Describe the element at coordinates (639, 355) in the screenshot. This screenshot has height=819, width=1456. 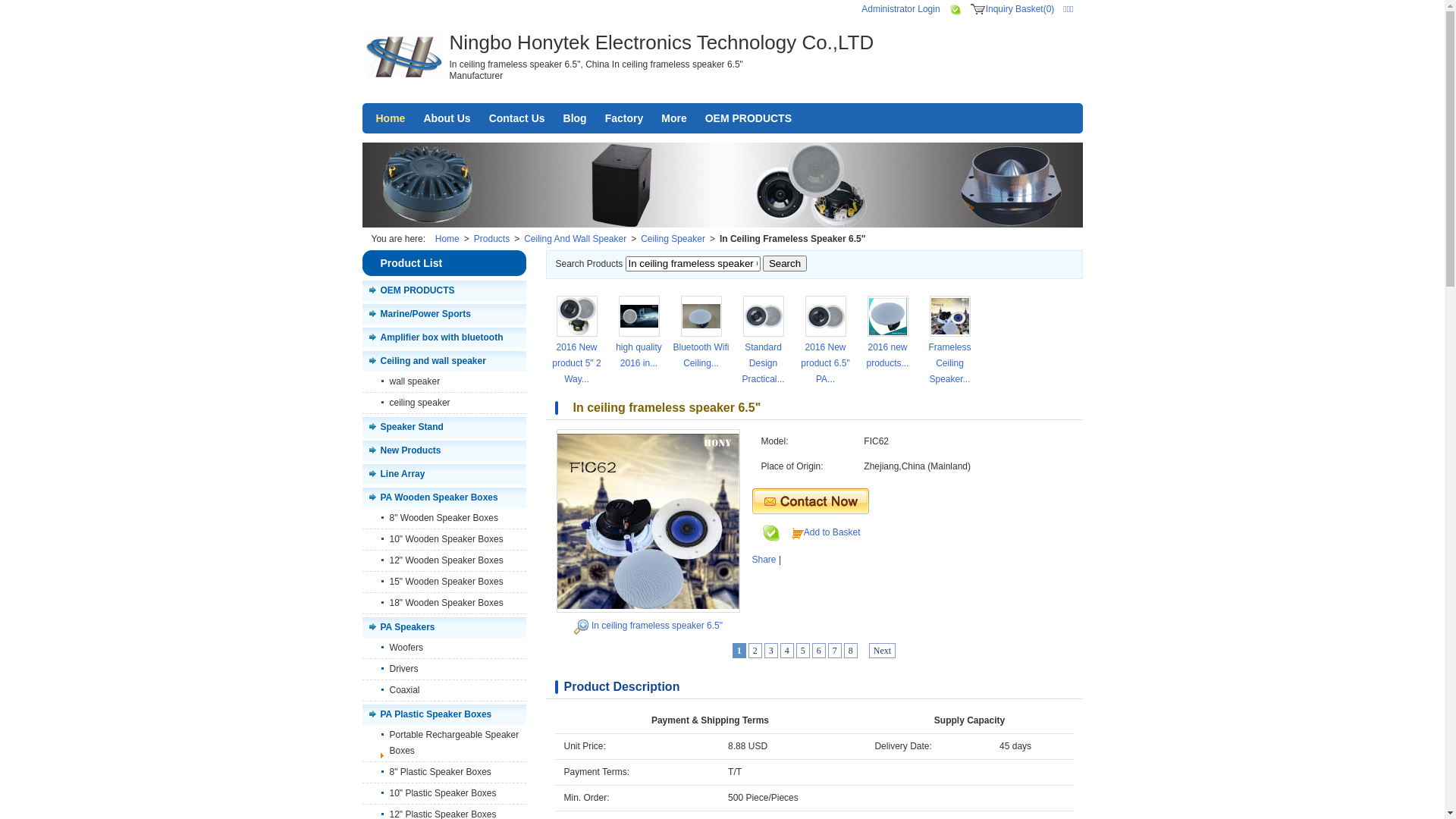
I see `'high quality 2016 in...'` at that location.